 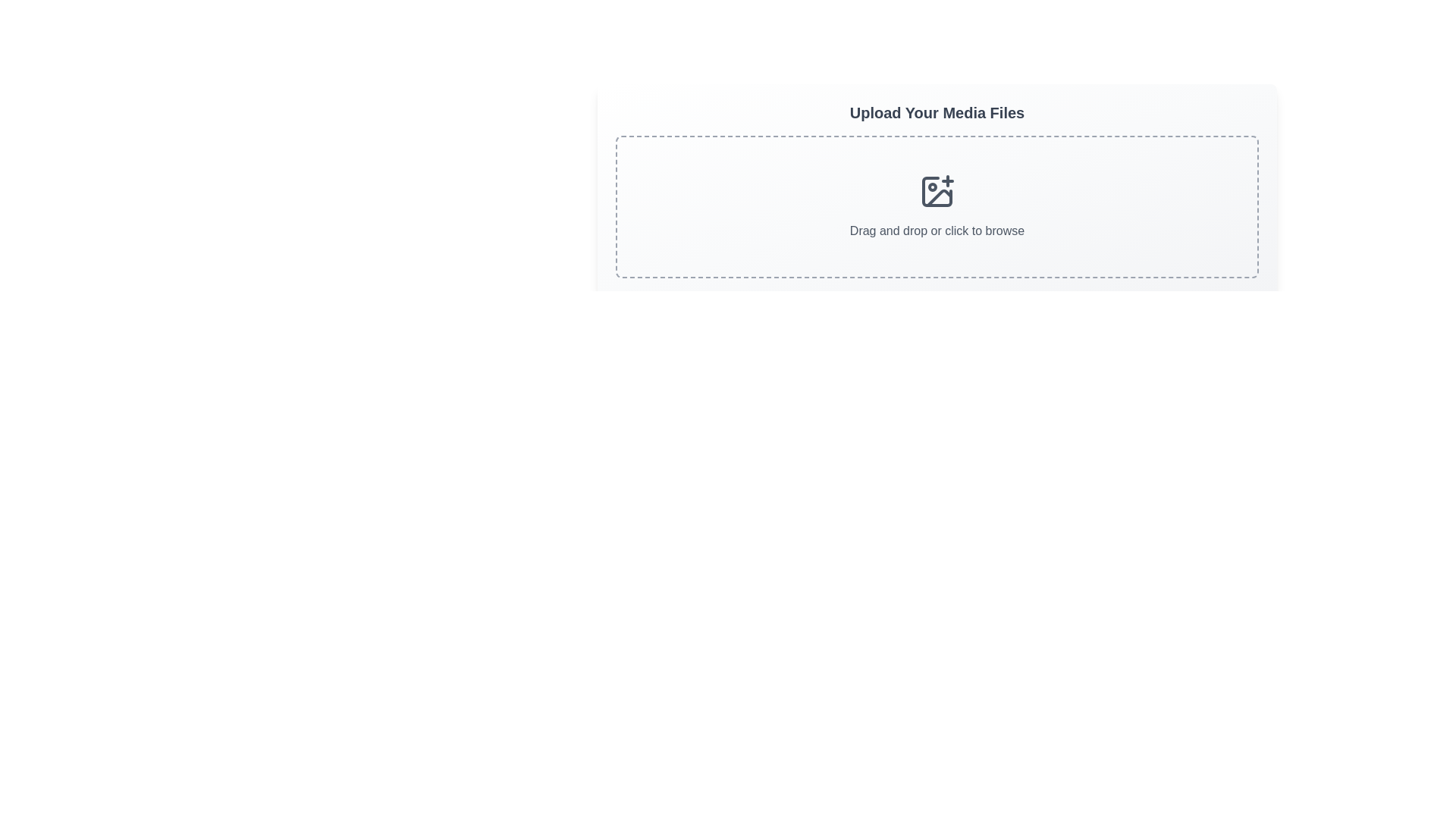 I want to click on the Interactive upload area that has a gradient background and bold text 'Upload Your Media Files', so click(x=937, y=189).